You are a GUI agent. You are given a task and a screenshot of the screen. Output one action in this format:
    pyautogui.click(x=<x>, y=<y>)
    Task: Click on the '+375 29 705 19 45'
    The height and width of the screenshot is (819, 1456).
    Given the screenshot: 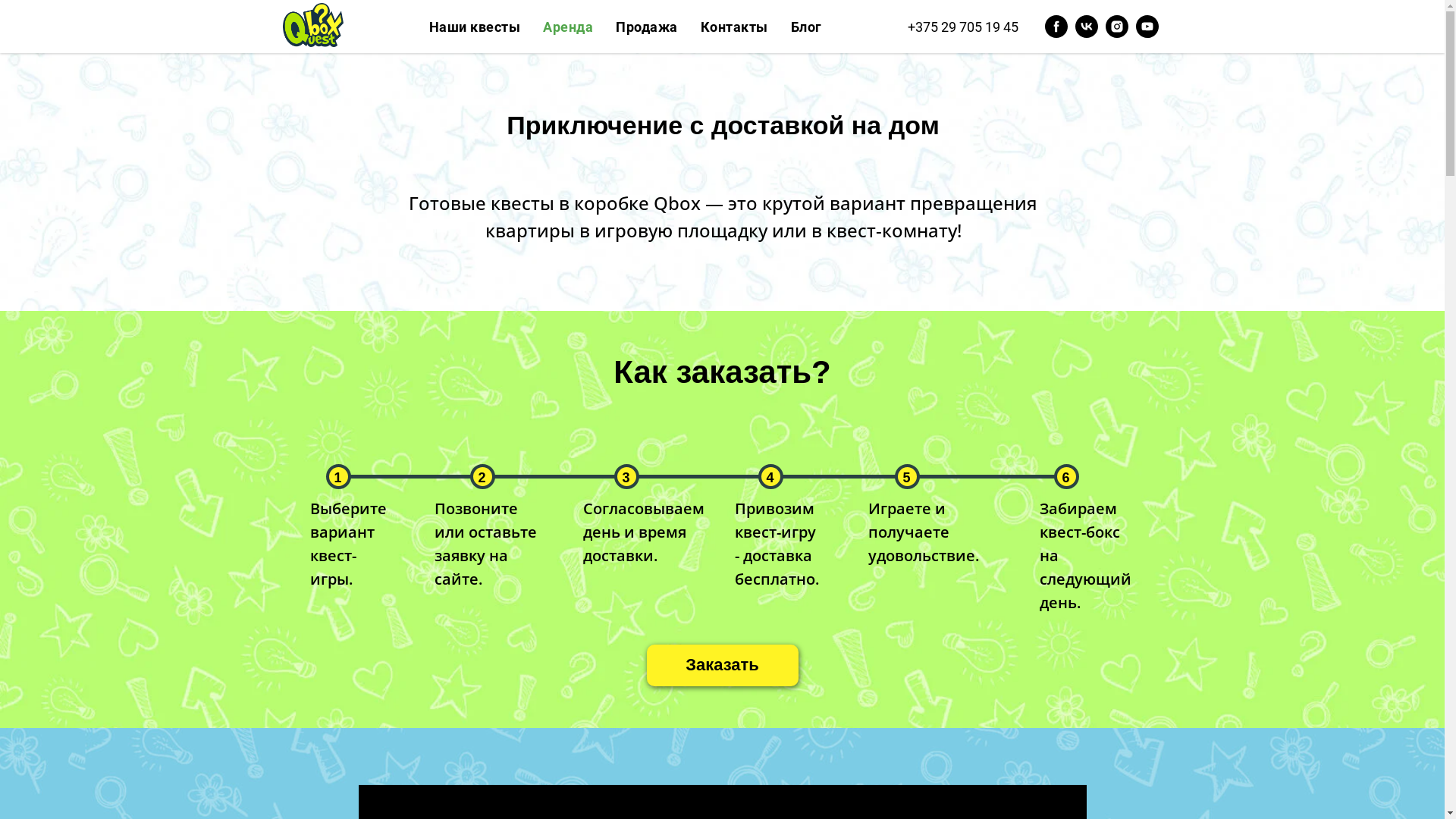 What is the action you would take?
    pyautogui.click(x=961, y=26)
    